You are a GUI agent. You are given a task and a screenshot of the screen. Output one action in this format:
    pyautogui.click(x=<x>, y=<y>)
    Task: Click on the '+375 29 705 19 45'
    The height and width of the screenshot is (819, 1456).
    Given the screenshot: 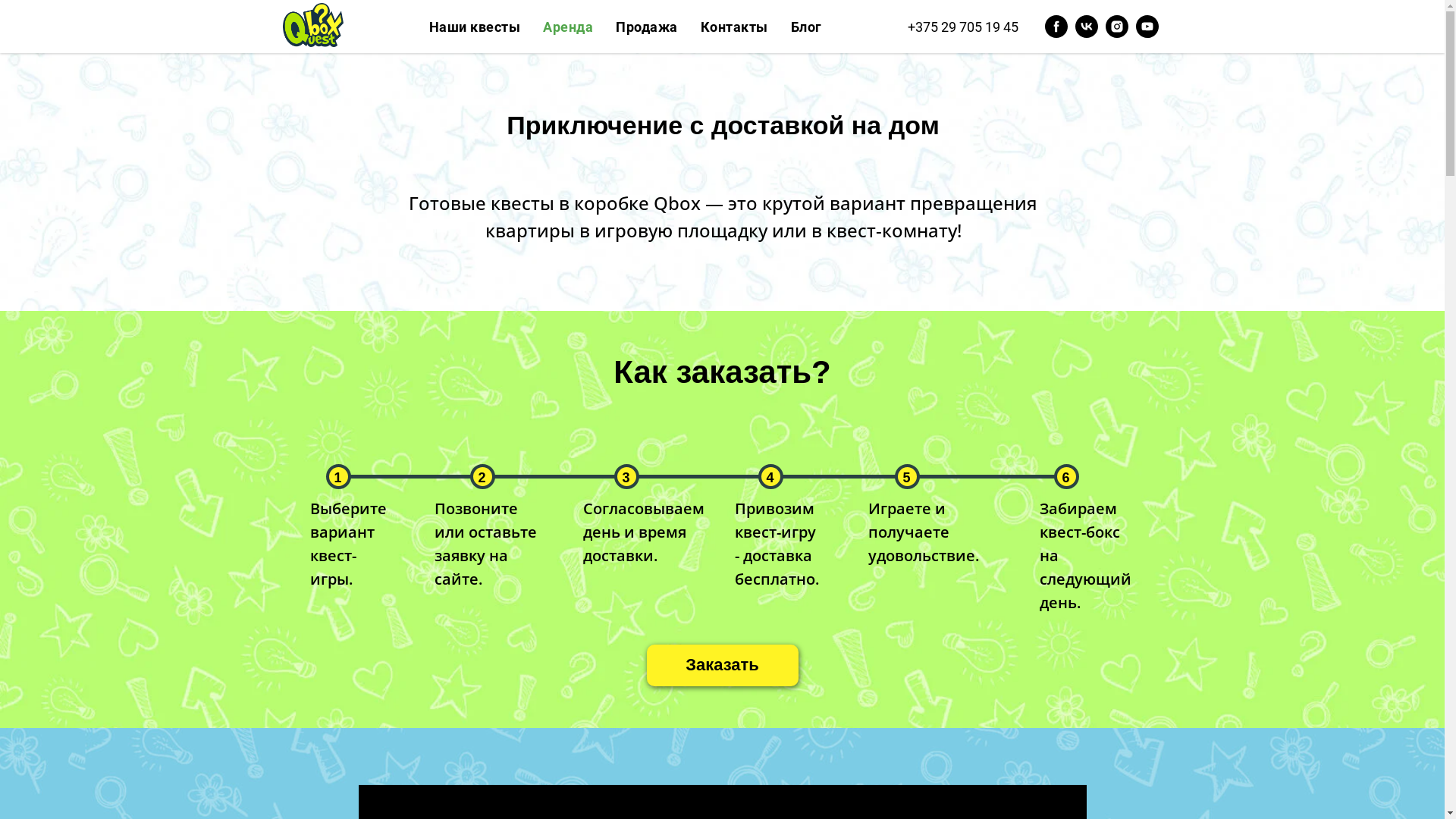 What is the action you would take?
    pyautogui.click(x=961, y=26)
    